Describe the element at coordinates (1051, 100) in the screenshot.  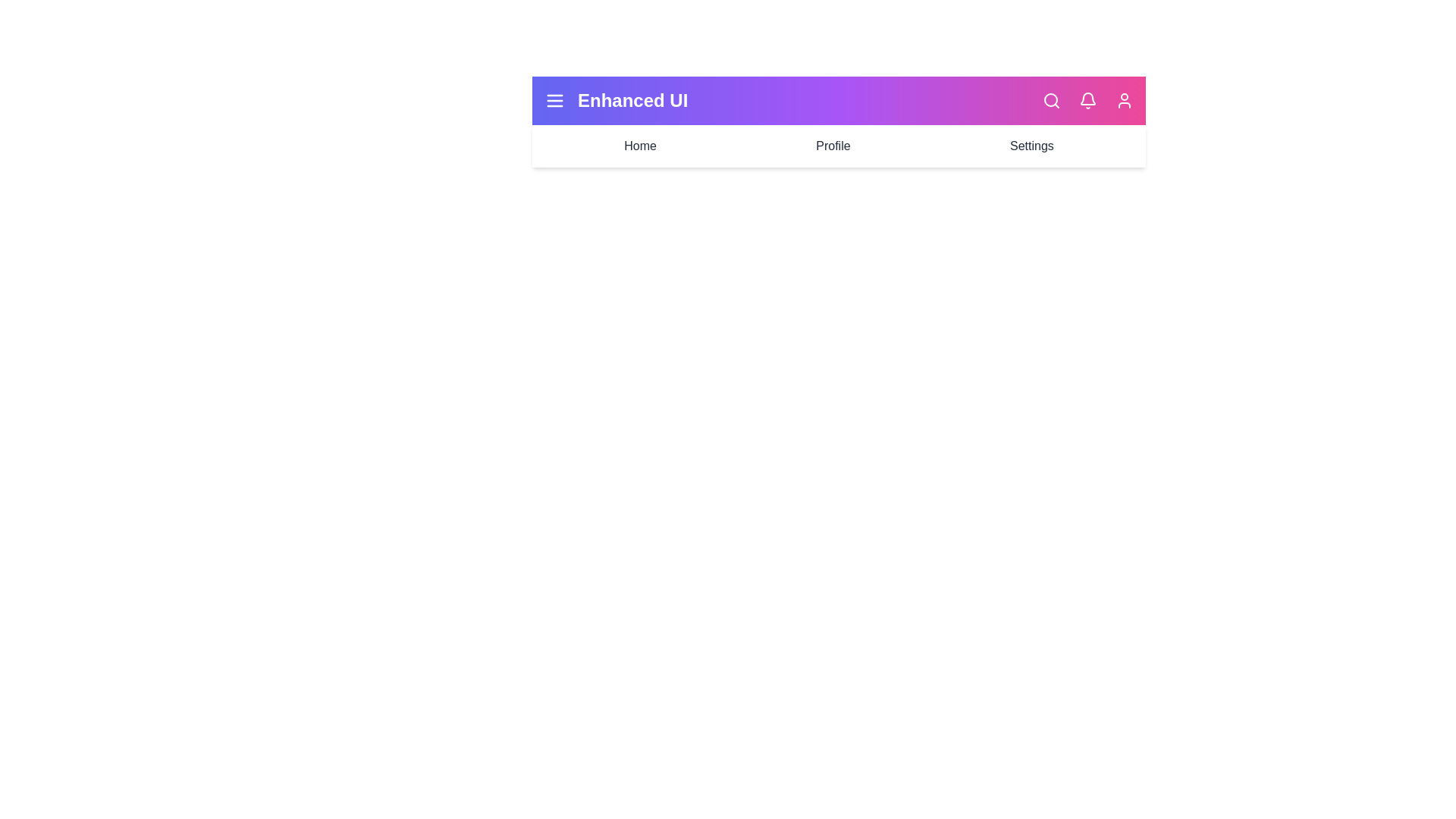
I see `the Search icon in the EnhancedAppBar` at that location.